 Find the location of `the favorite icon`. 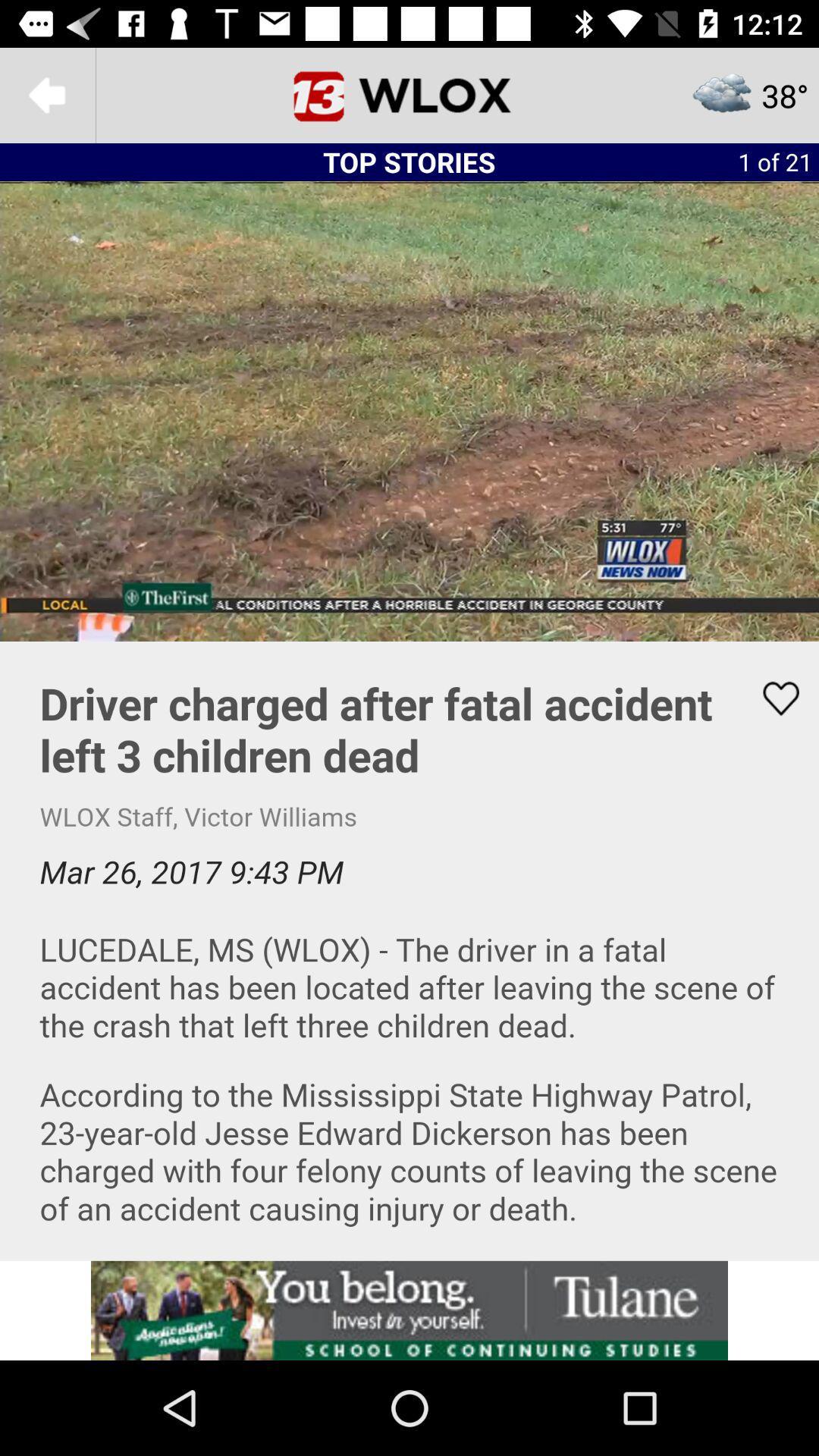

the favorite icon is located at coordinates (771, 698).